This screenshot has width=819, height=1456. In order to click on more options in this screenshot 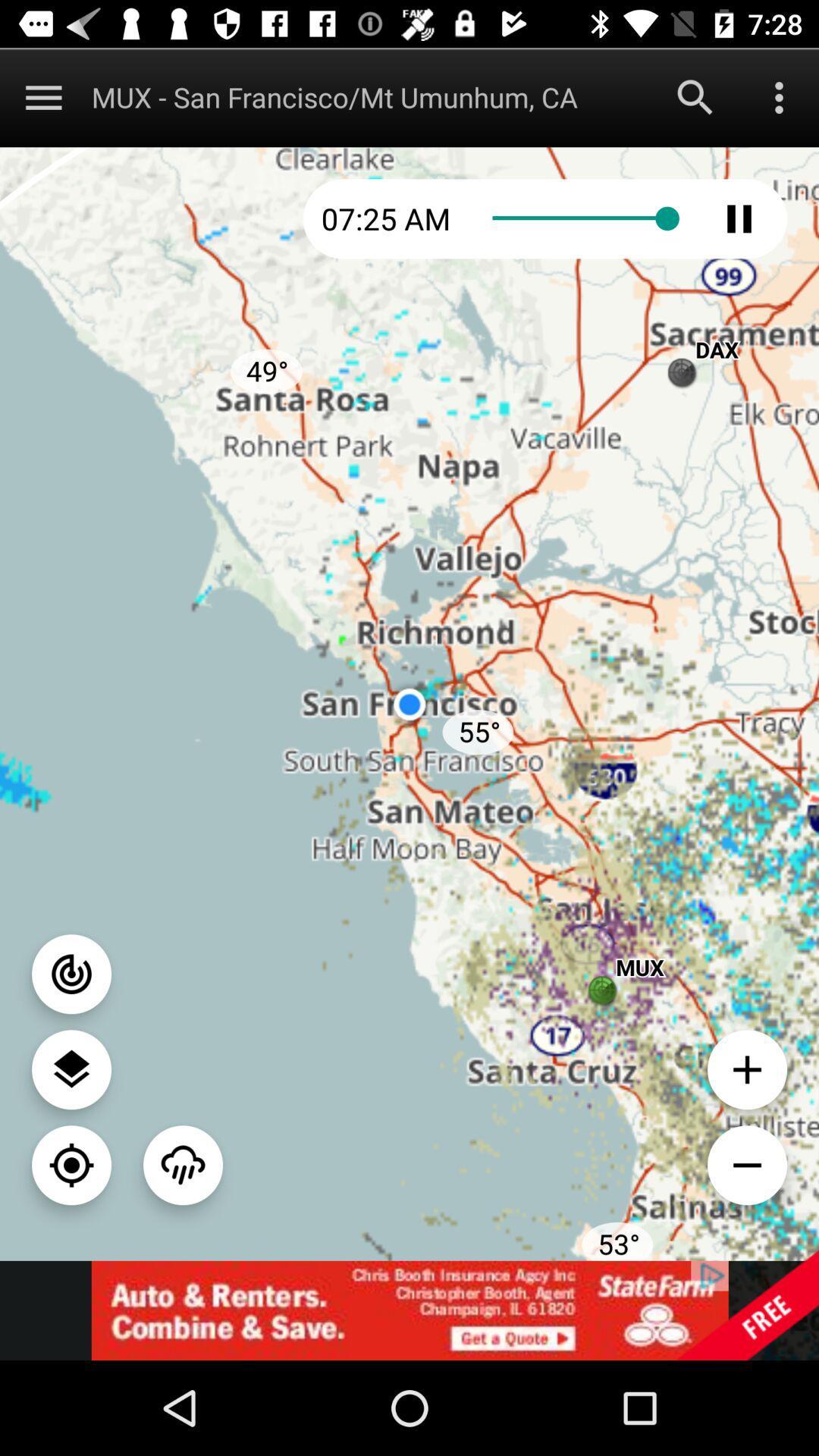, I will do `click(42, 96)`.